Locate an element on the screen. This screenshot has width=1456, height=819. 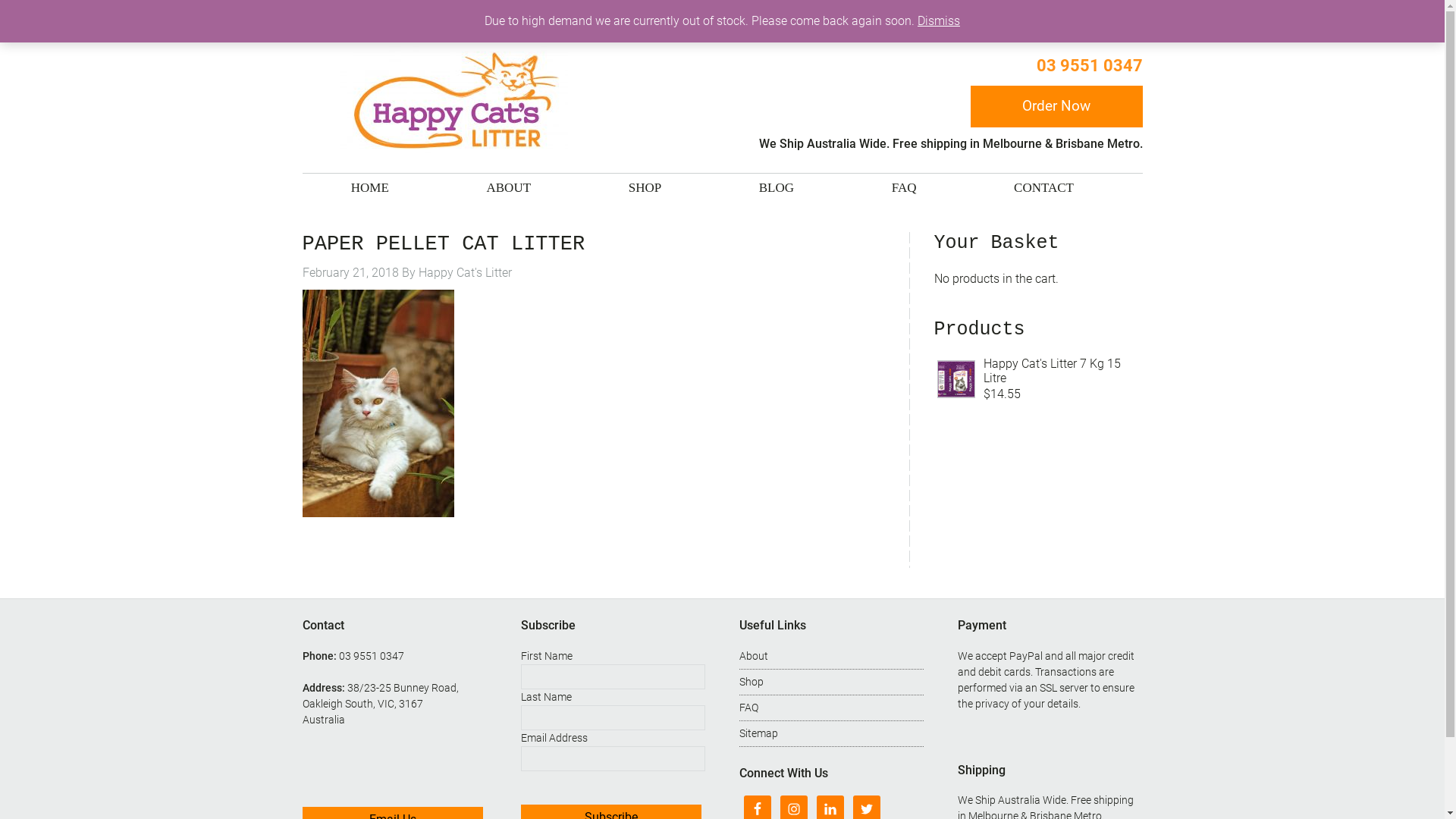
'HAPPY CAT'S LITTER' is located at coordinates (453, 102).